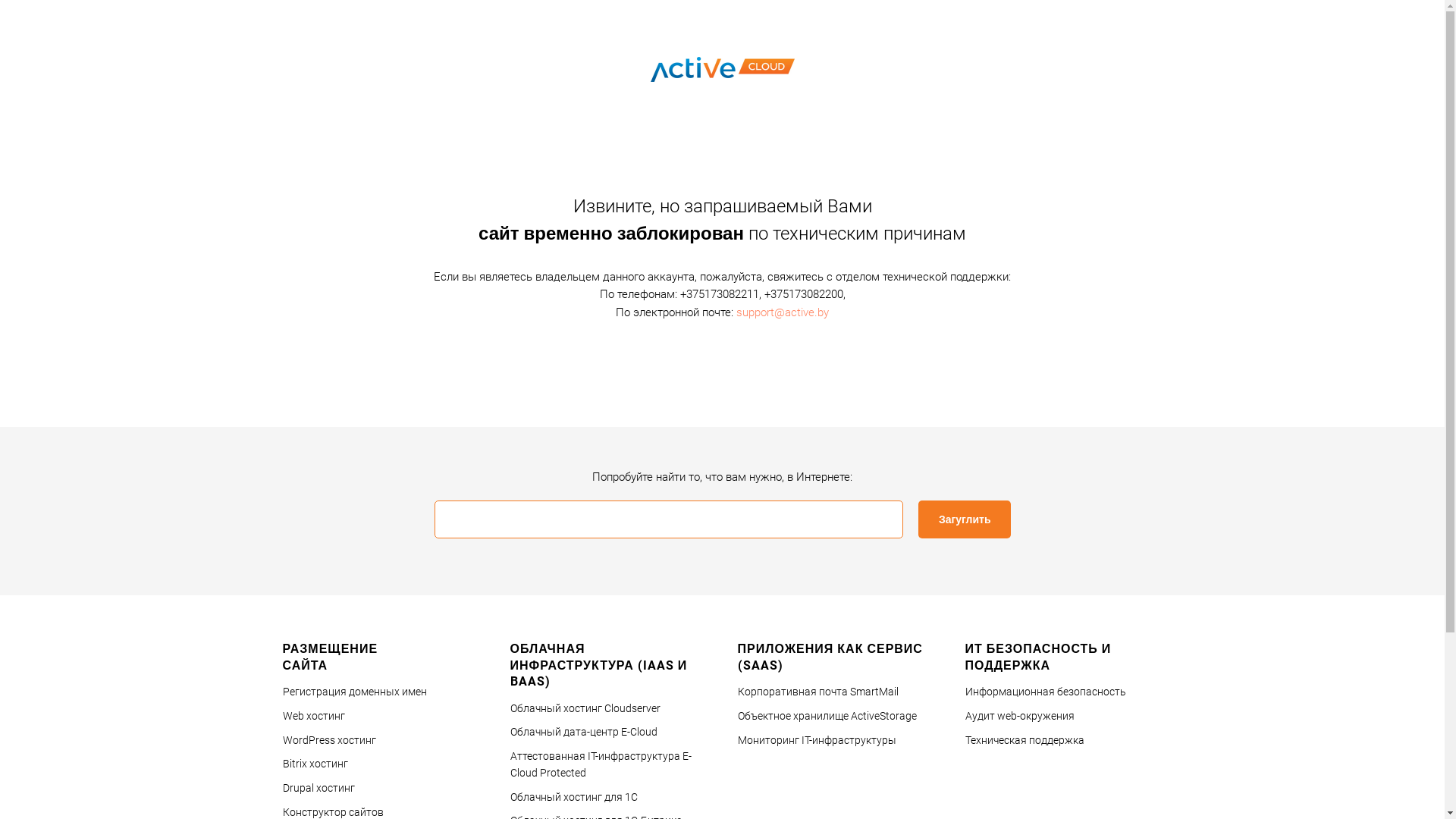 This screenshot has width=1456, height=819. I want to click on '+375173082211', so click(718, 294).